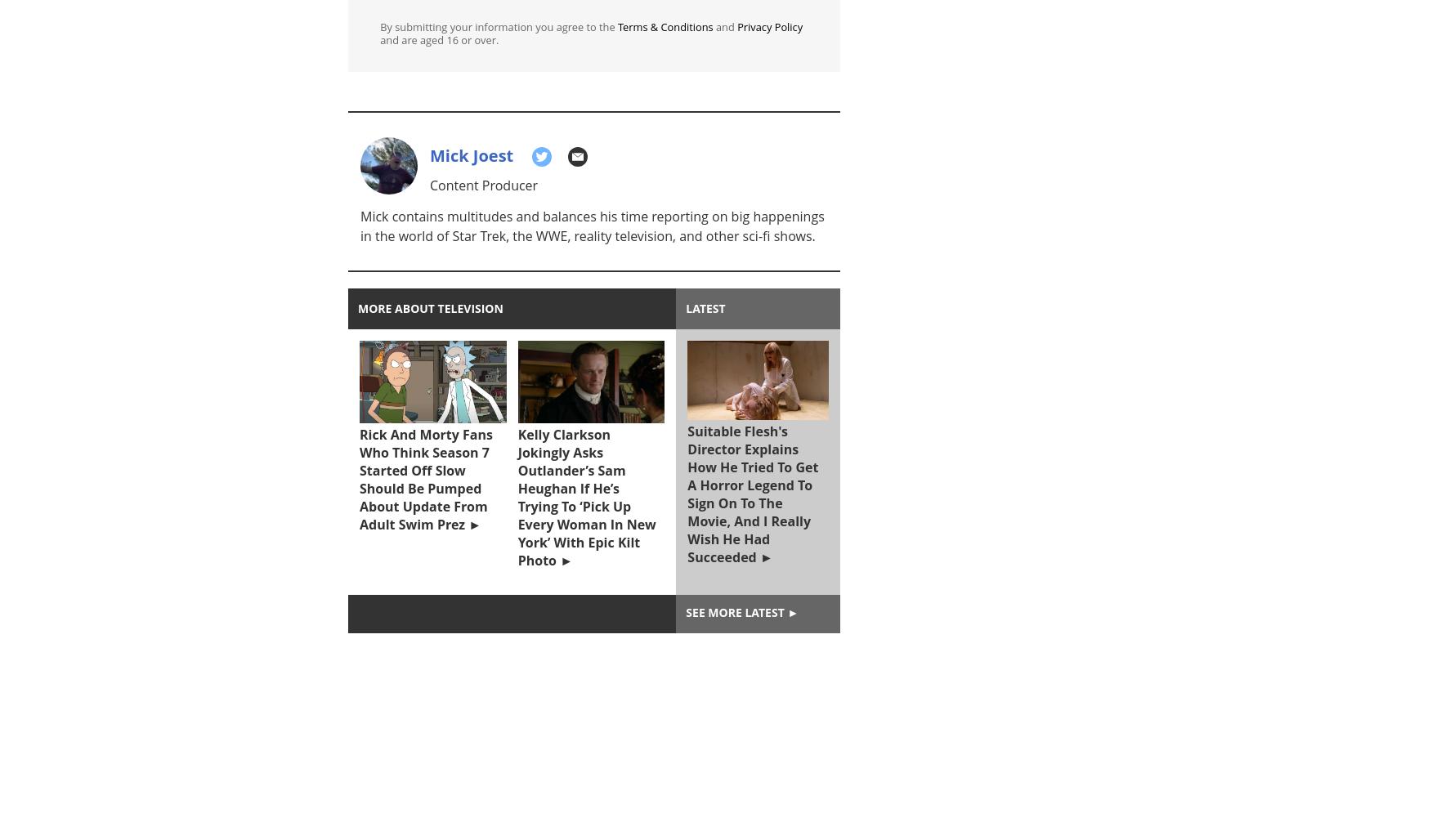 The image size is (1450, 840). What do you see at coordinates (616, 25) in the screenshot?
I see `'Terms & Conditions'` at bounding box center [616, 25].